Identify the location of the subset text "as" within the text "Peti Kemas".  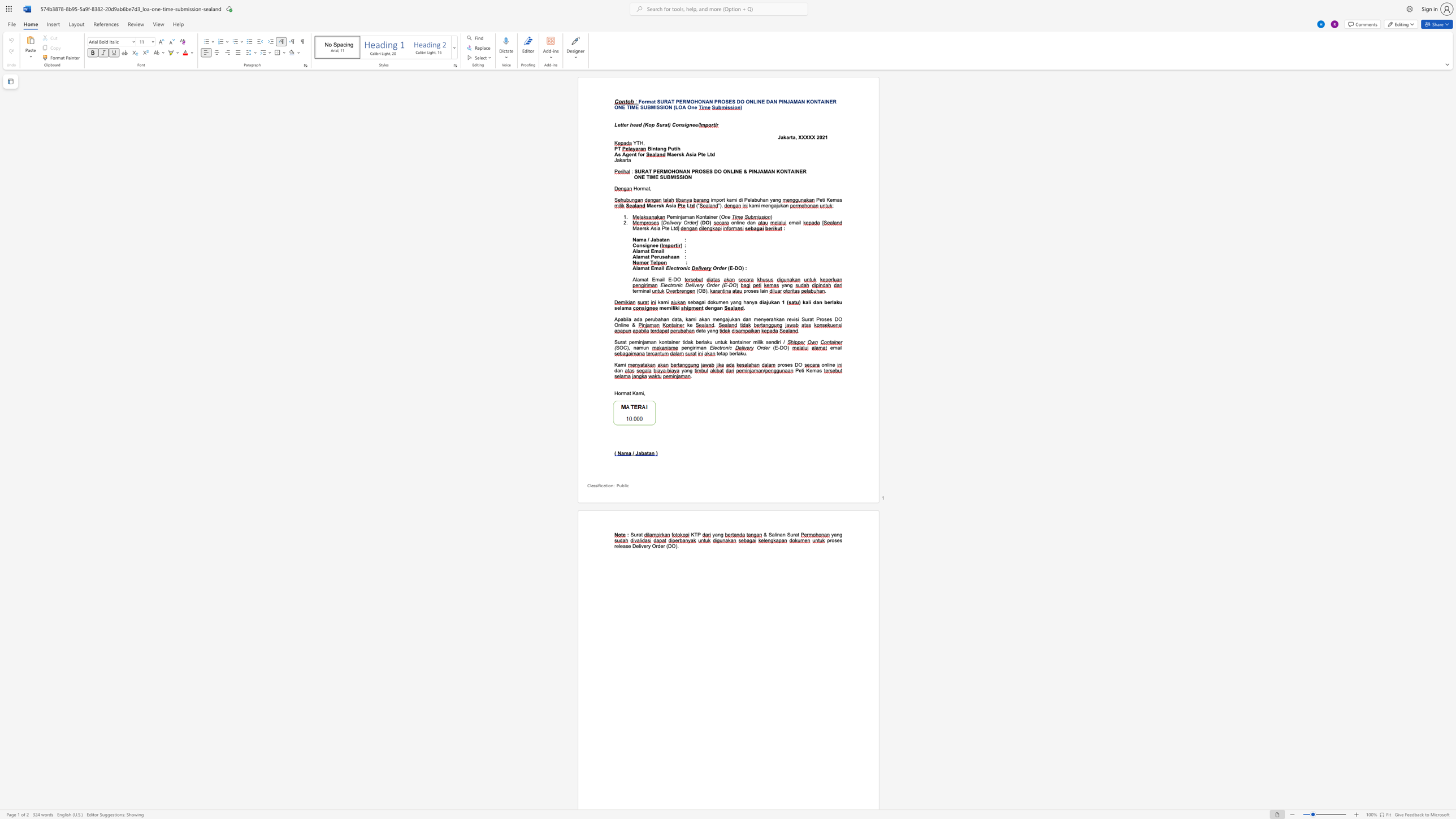
(837, 200).